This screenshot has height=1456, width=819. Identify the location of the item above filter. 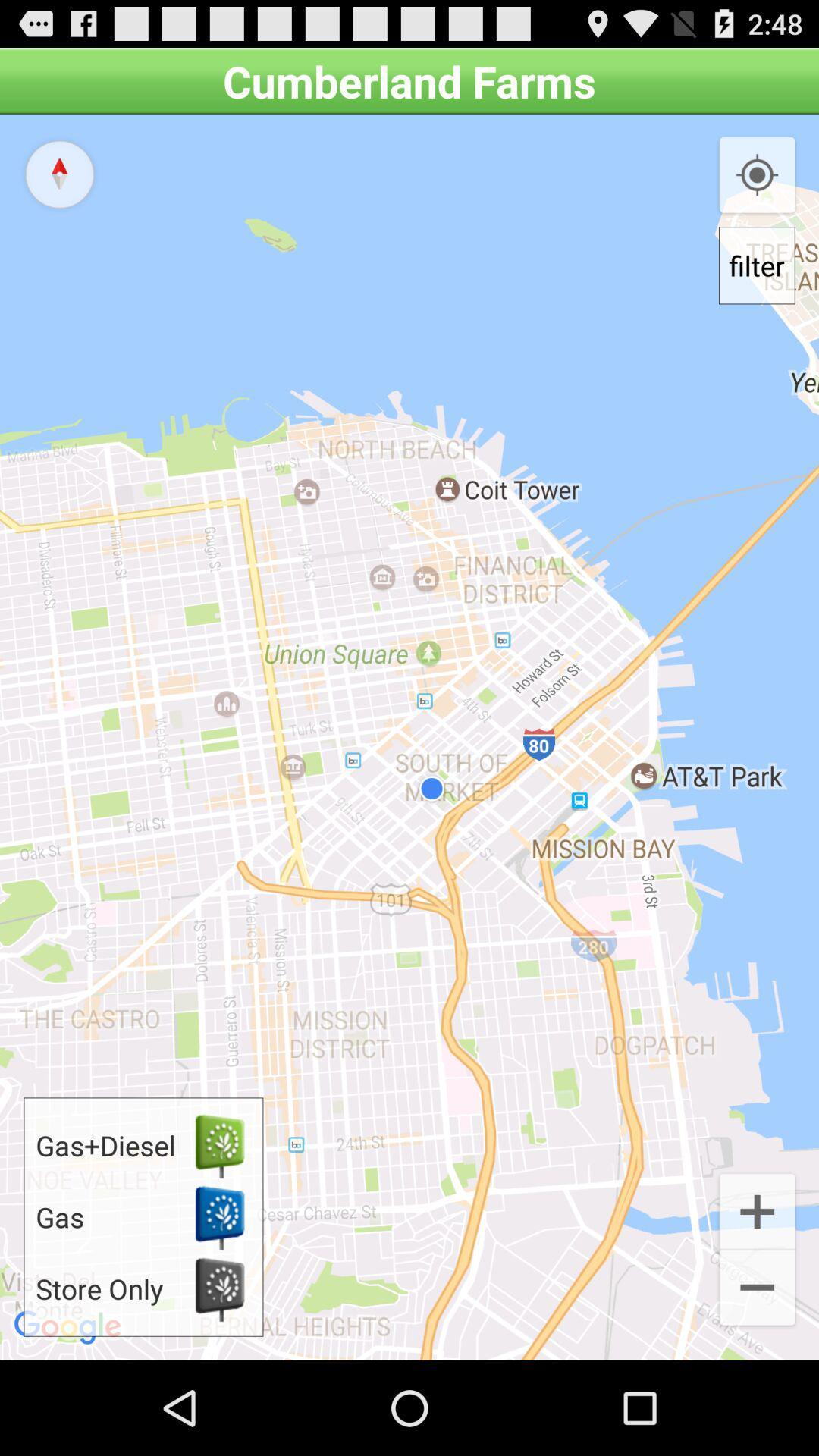
(757, 176).